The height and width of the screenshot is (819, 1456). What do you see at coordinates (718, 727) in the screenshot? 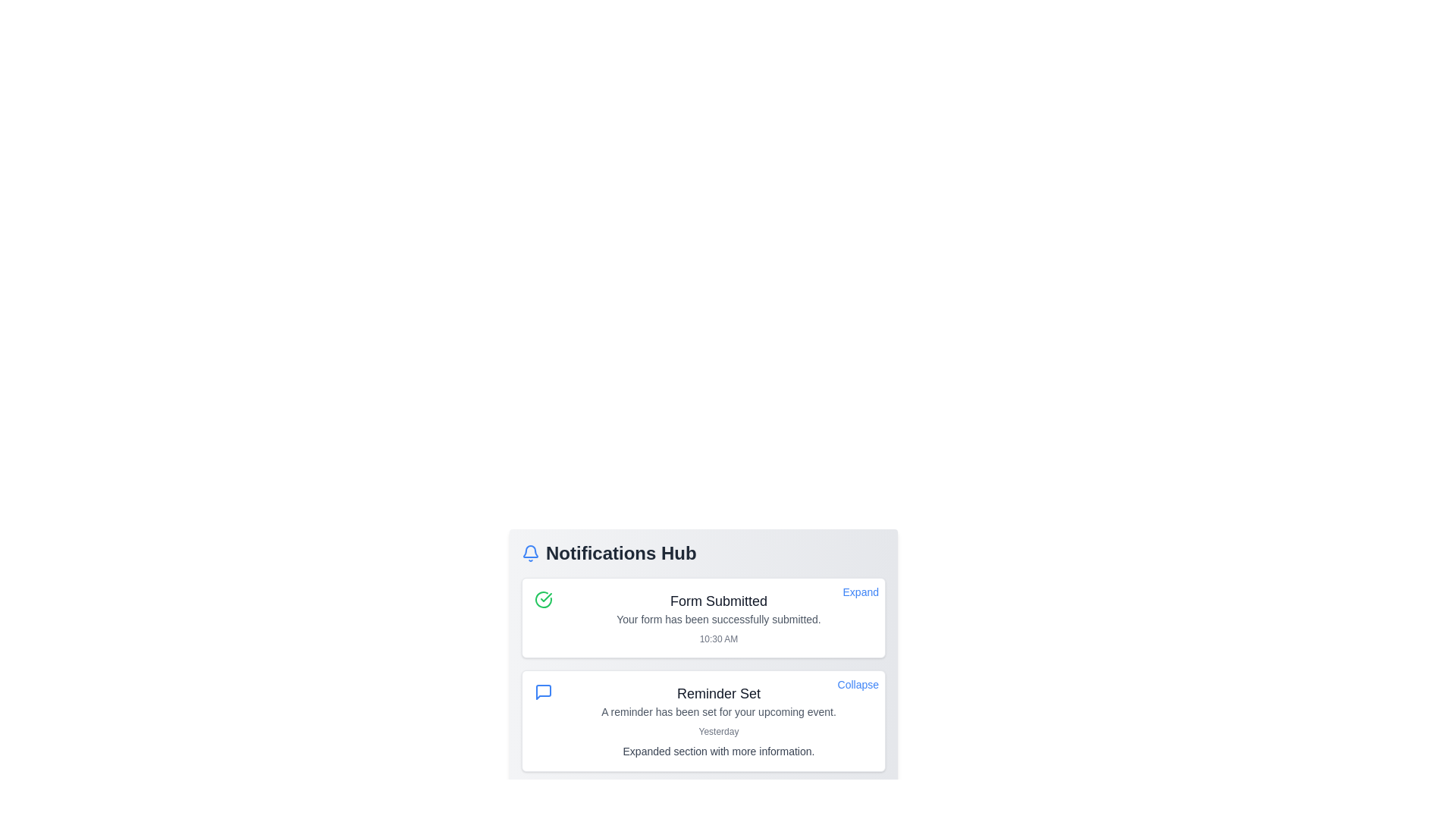
I see `the text label that displays supplementary information related to the notification, positioned between the reminder description and the expanded section in the notification card labeled 'Reminder Set'` at bounding box center [718, 727].